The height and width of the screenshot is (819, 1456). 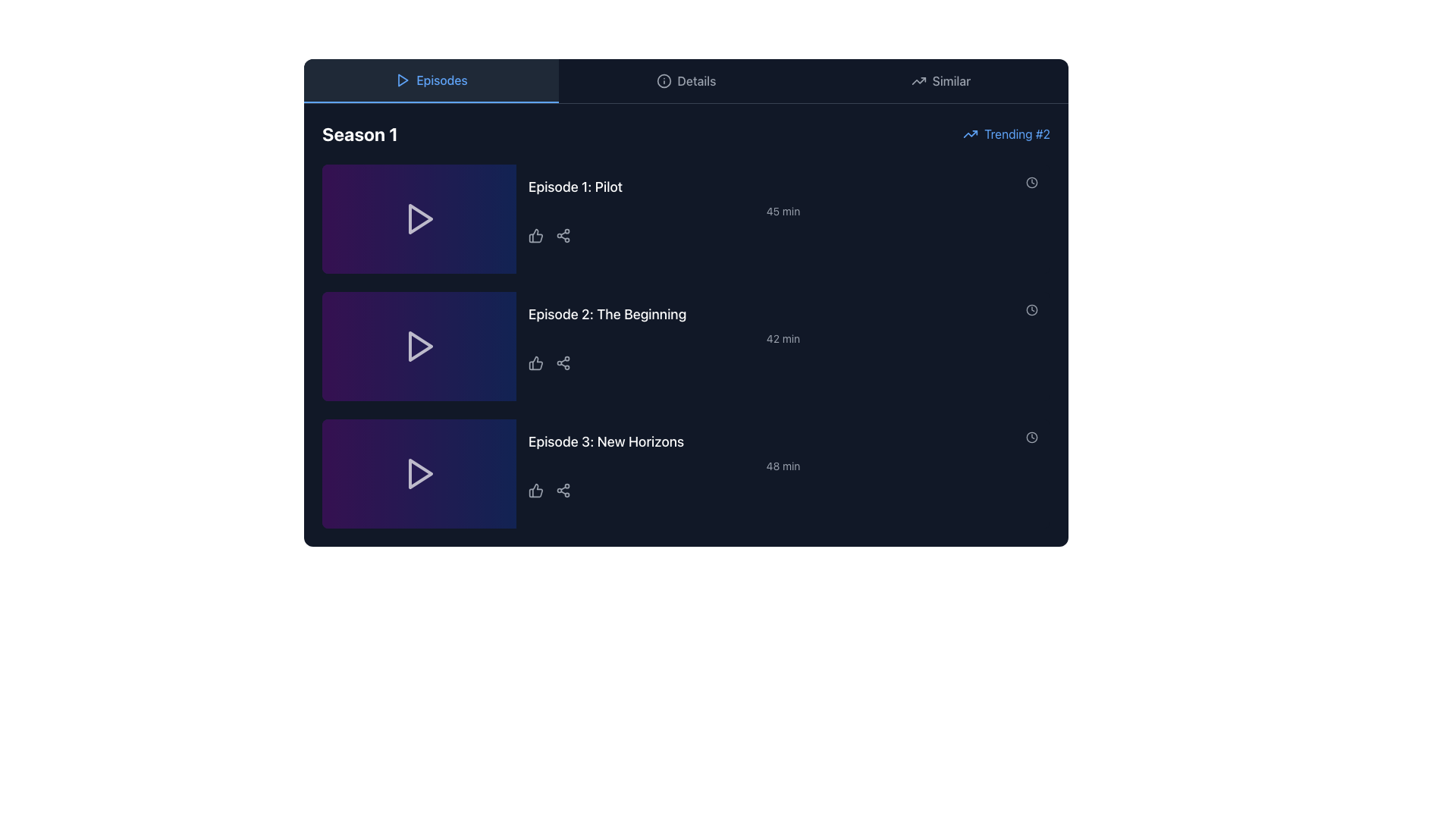 What do you see at coordinates (1006, 133) in the screenshot?
I see `the Text Label with Icon indicating trending content ranked at position 2, located in the top-right corner next to the title 'Season 1'` at bounding box center [1006, 133].